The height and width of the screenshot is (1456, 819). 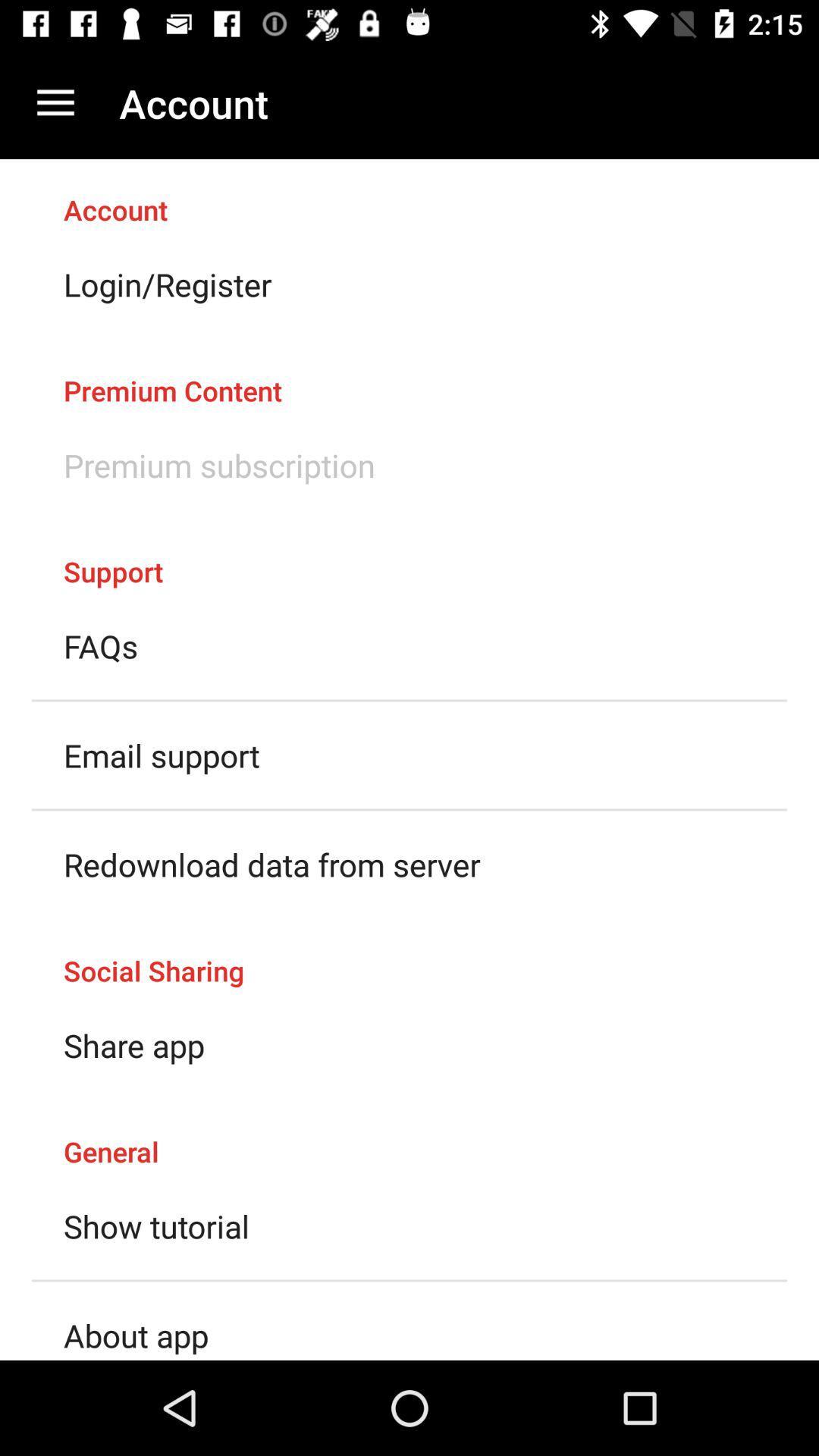 I want to click on the item below login/register item, so click(x=409, y=375).